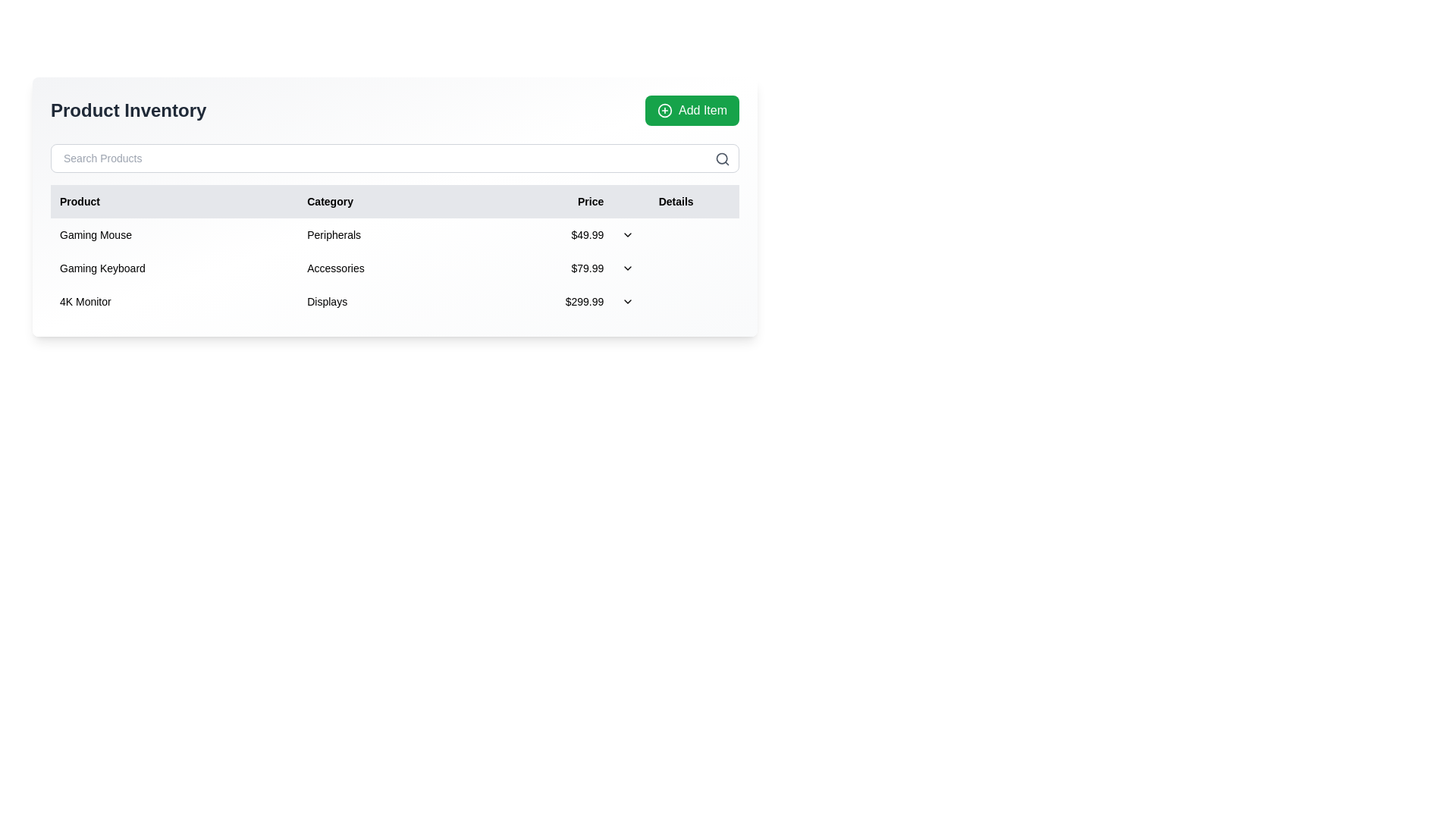 The height and width of the screenshot is (819, 1456). Describe the element at coordinates (675, 301) in the screenshot. I see `the dropdown toggle arrow in the last column labeled 'Details' for the '4K Monitor' product` at that location.